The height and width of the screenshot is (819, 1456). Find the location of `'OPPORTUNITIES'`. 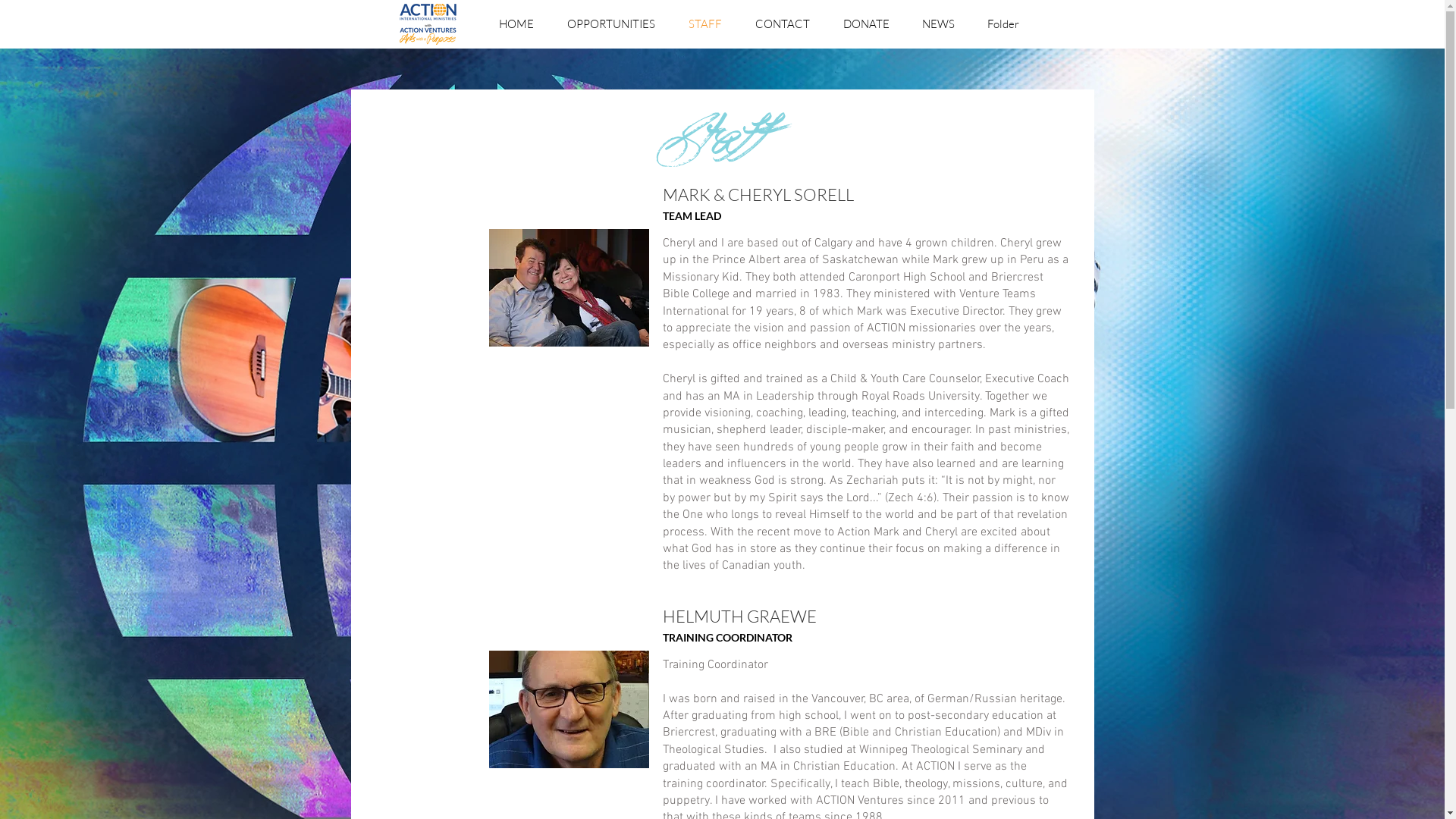

'OPPORTUNITIES' is located at coordinates (611, 24).